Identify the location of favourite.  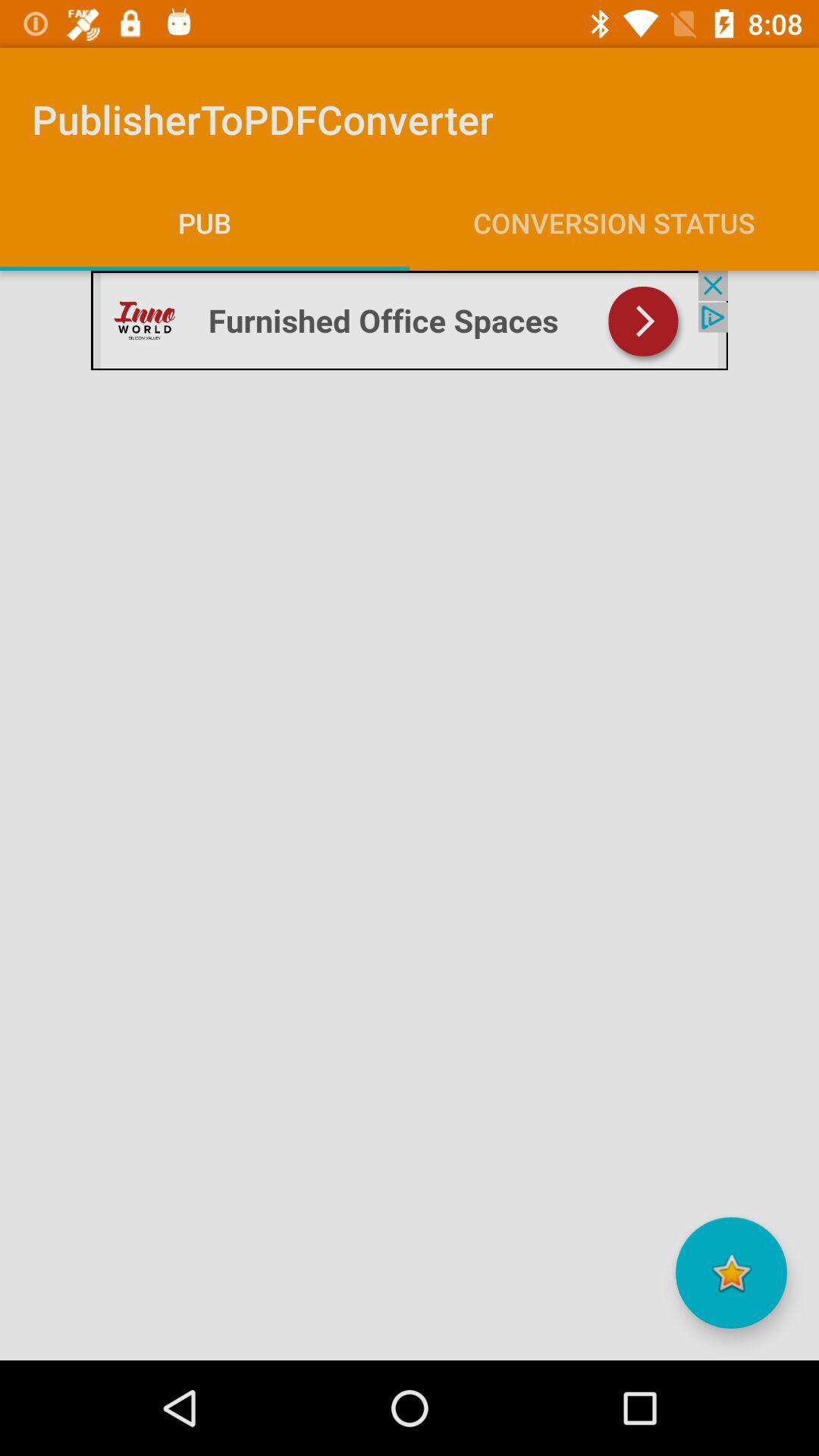
(730, 1272).